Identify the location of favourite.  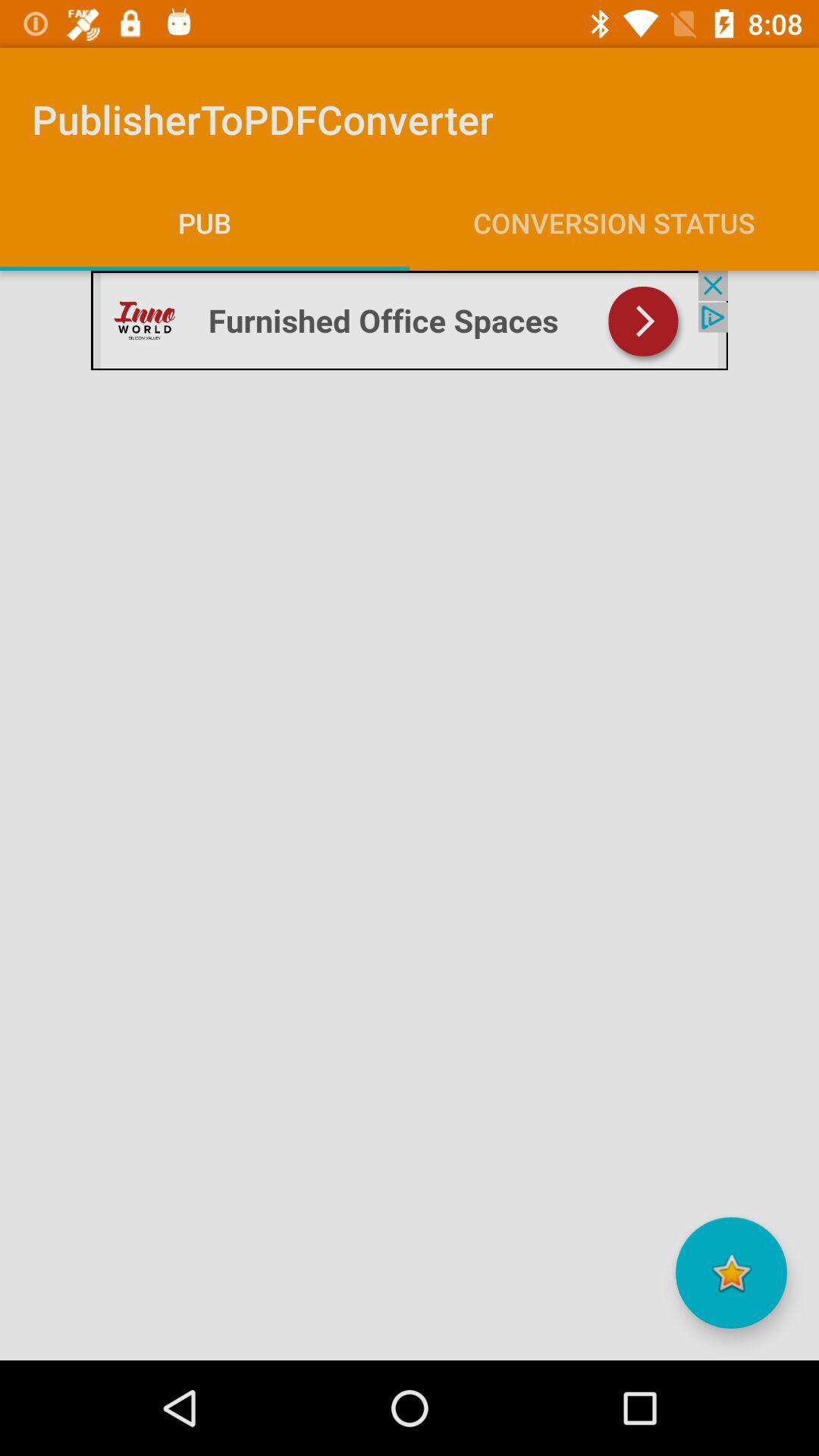
(730, 1272).